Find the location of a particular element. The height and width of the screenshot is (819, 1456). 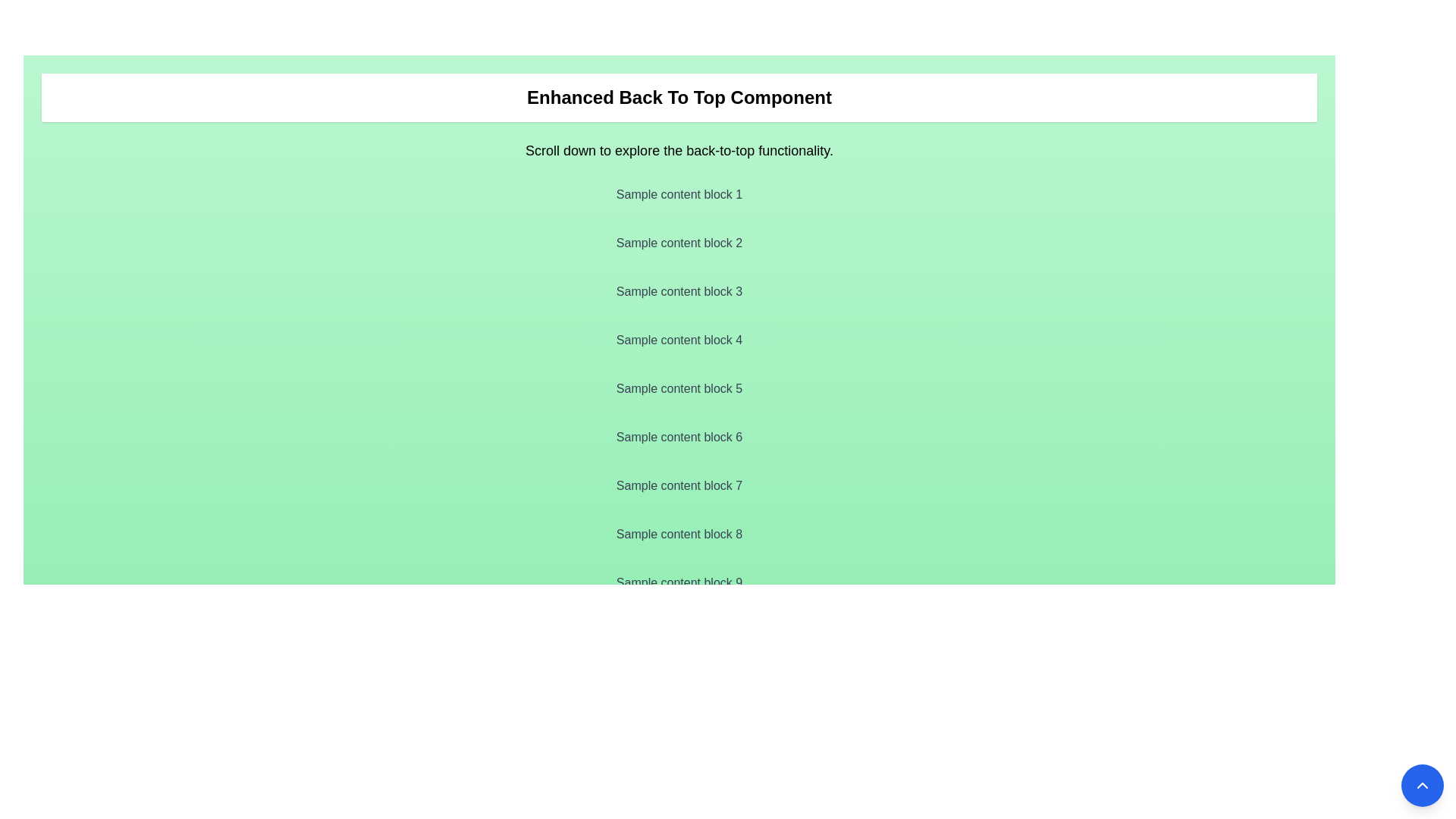

the text content of the text block that contains 'Sample content block 2', styled with a light-gray text color against a light-green background, positioned between 'Sample content block 1' and 'Sample content block 3' is located at coordinates (679, 242).